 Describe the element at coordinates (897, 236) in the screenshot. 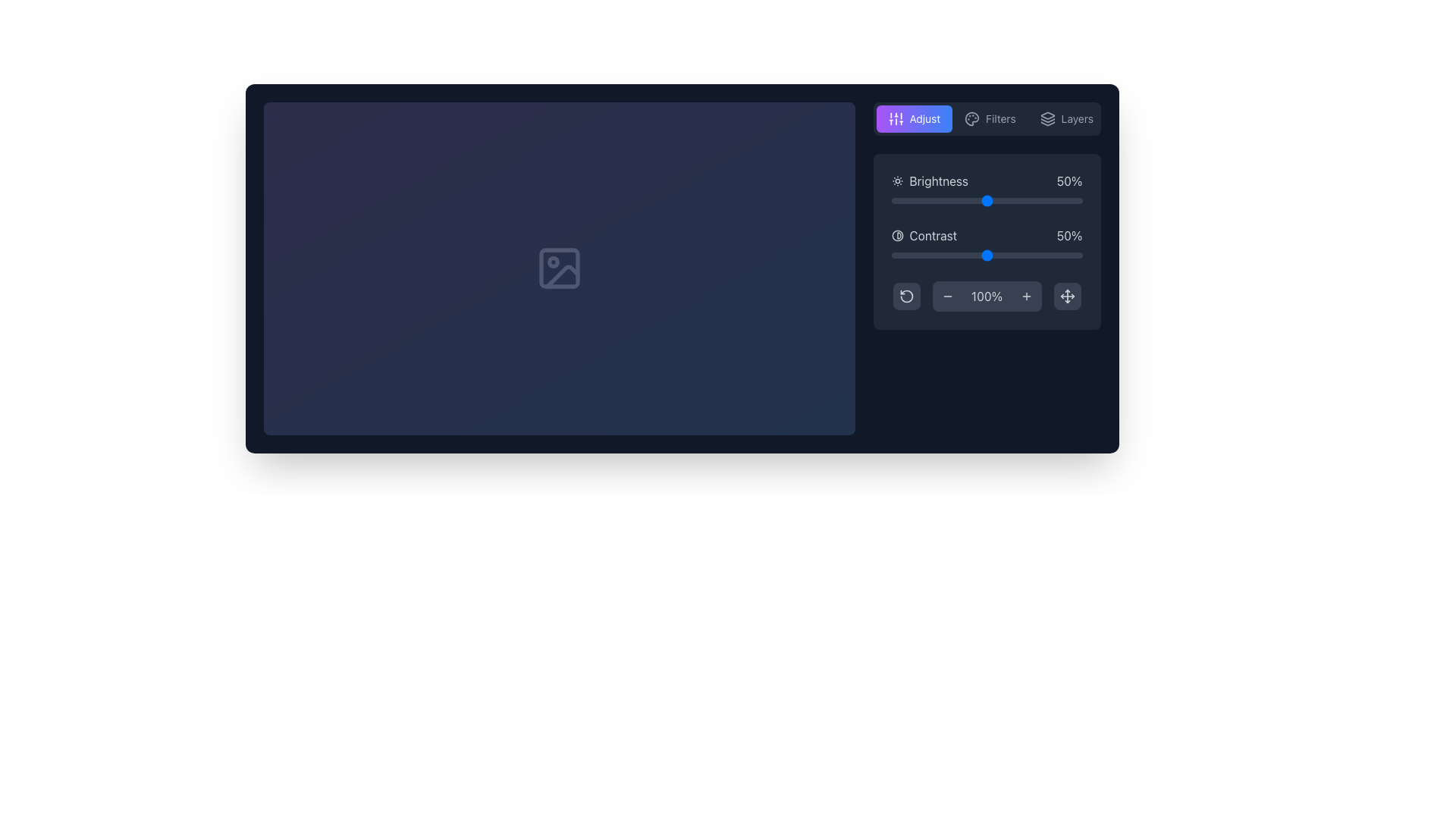

I see `the state of the contrast adjustment icon located on the right panel of the interface, just to the left of the text 'Contrast'` at that location.